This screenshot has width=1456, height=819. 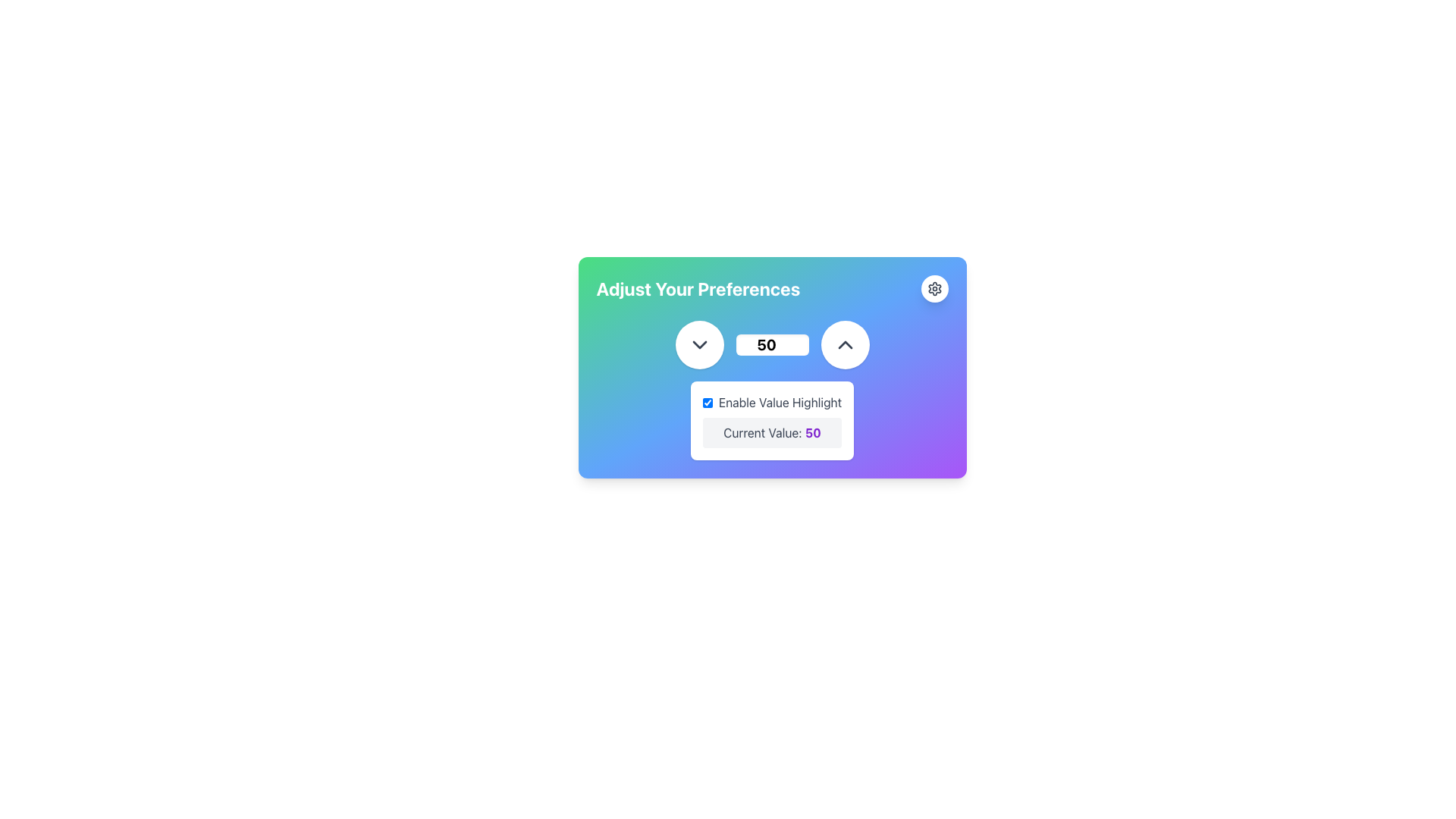 I want to click on the text label displaying 'Current Value: 50', which has a light gray background and is centered horizontally under the 'Enable Value Highlight' checkbox, so click(x=772, y=432).